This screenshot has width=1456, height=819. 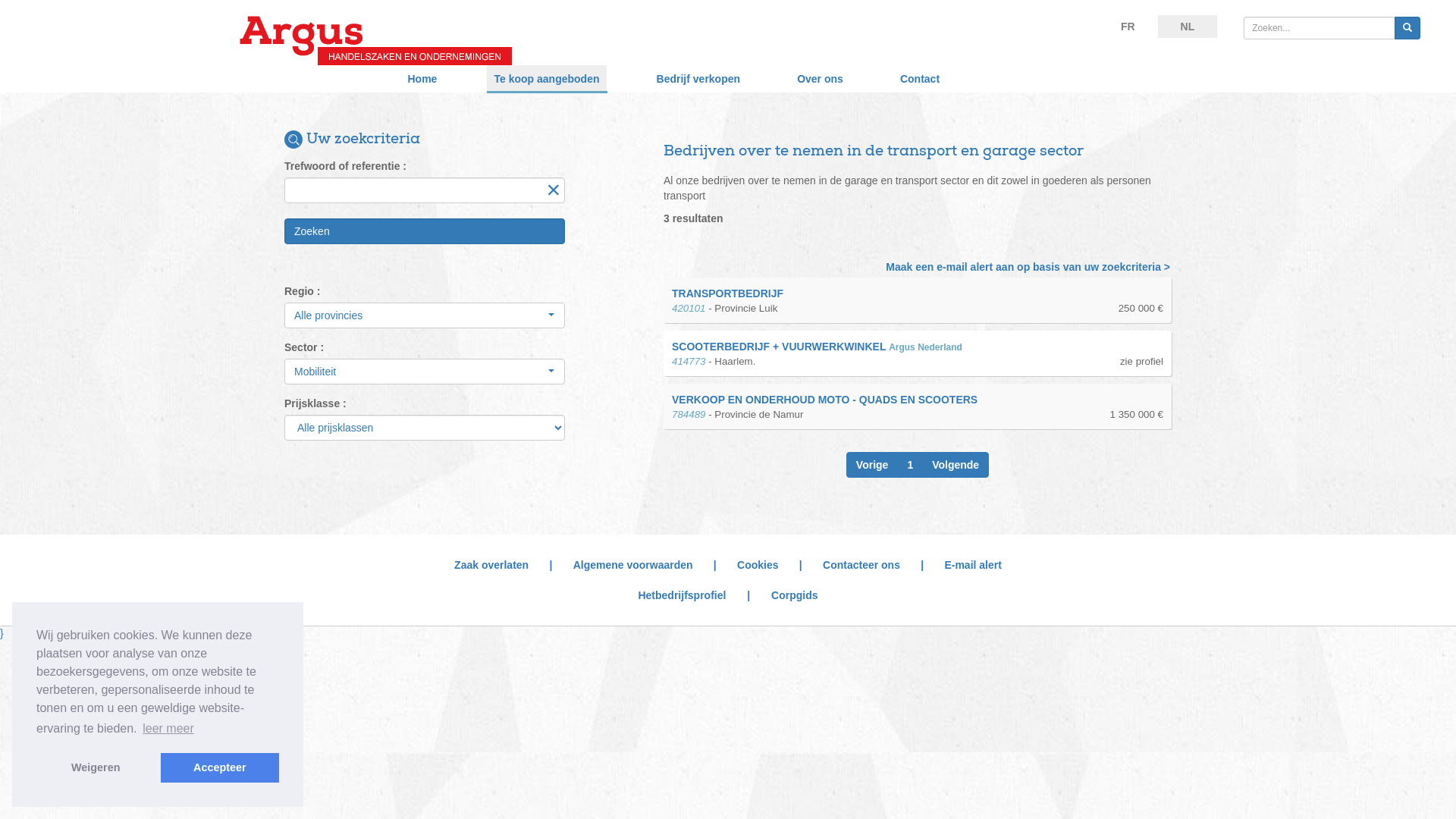 What do you see at coordinates (1187, 26) in the screenshot?
I see `'NL'` at bounding box center [1187, 26].